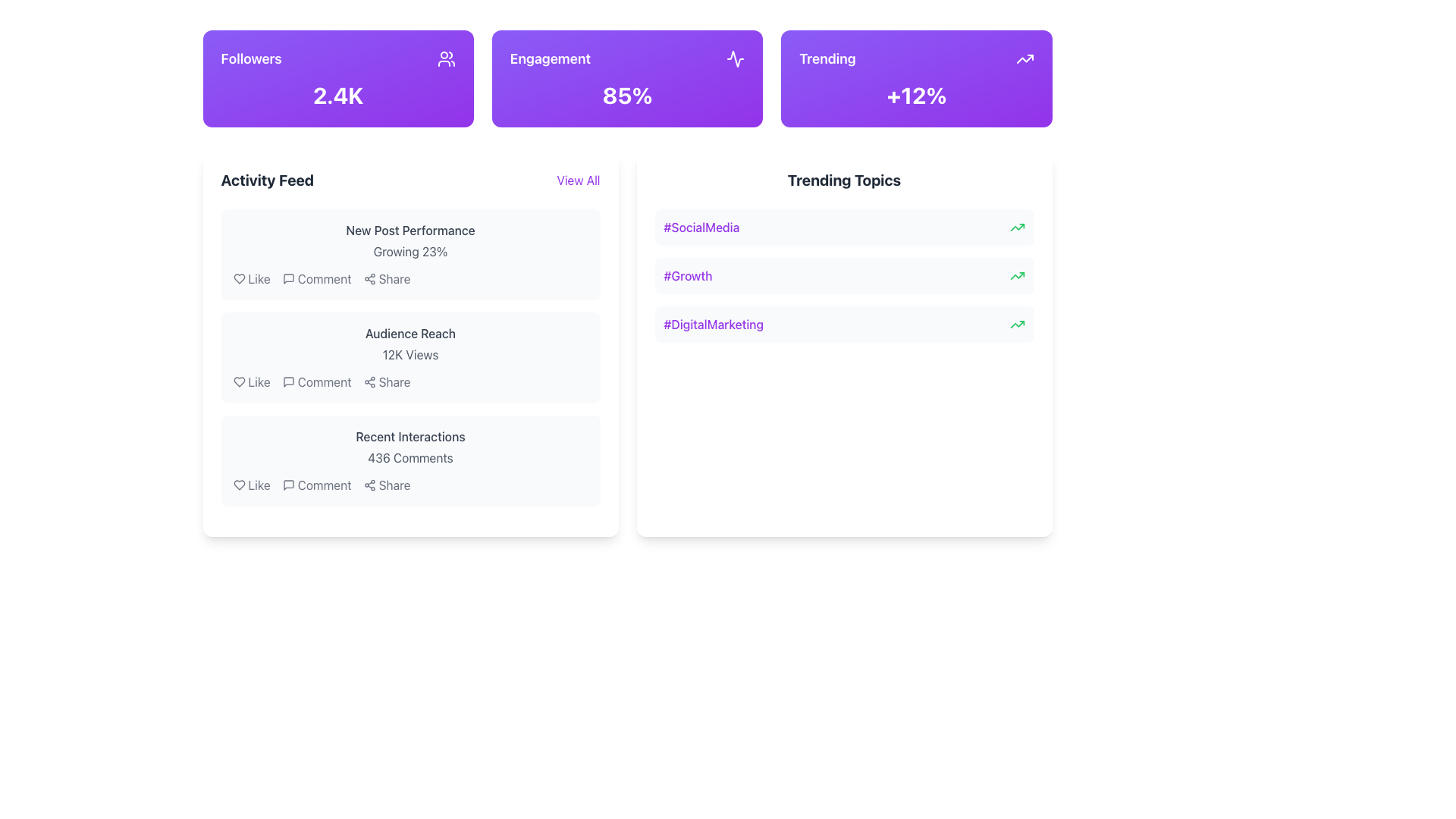 Image resolution: width=1456 pixels, height=819 pixels. What do you see at coordinates (288, 381) in the screenshot?
I see `the comment icon located next to the 'Comment' label for the 'Audience Reach' post in the second row of the 'Activity Feed' section` at bounding box center [288, 381].